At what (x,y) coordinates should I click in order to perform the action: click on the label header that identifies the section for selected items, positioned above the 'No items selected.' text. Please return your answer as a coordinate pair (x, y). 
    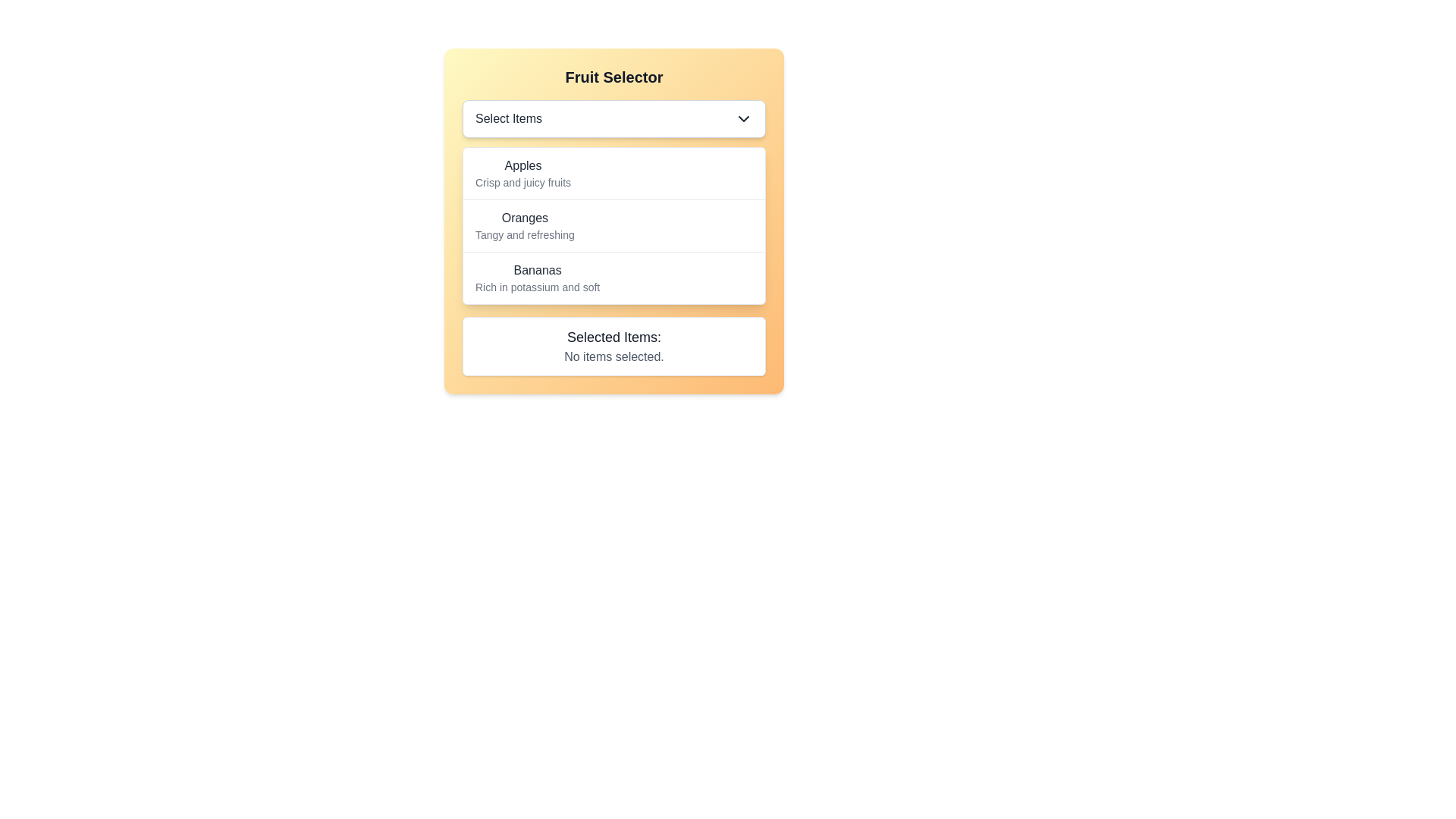
    Looking at the image, I should click on (614, 336).